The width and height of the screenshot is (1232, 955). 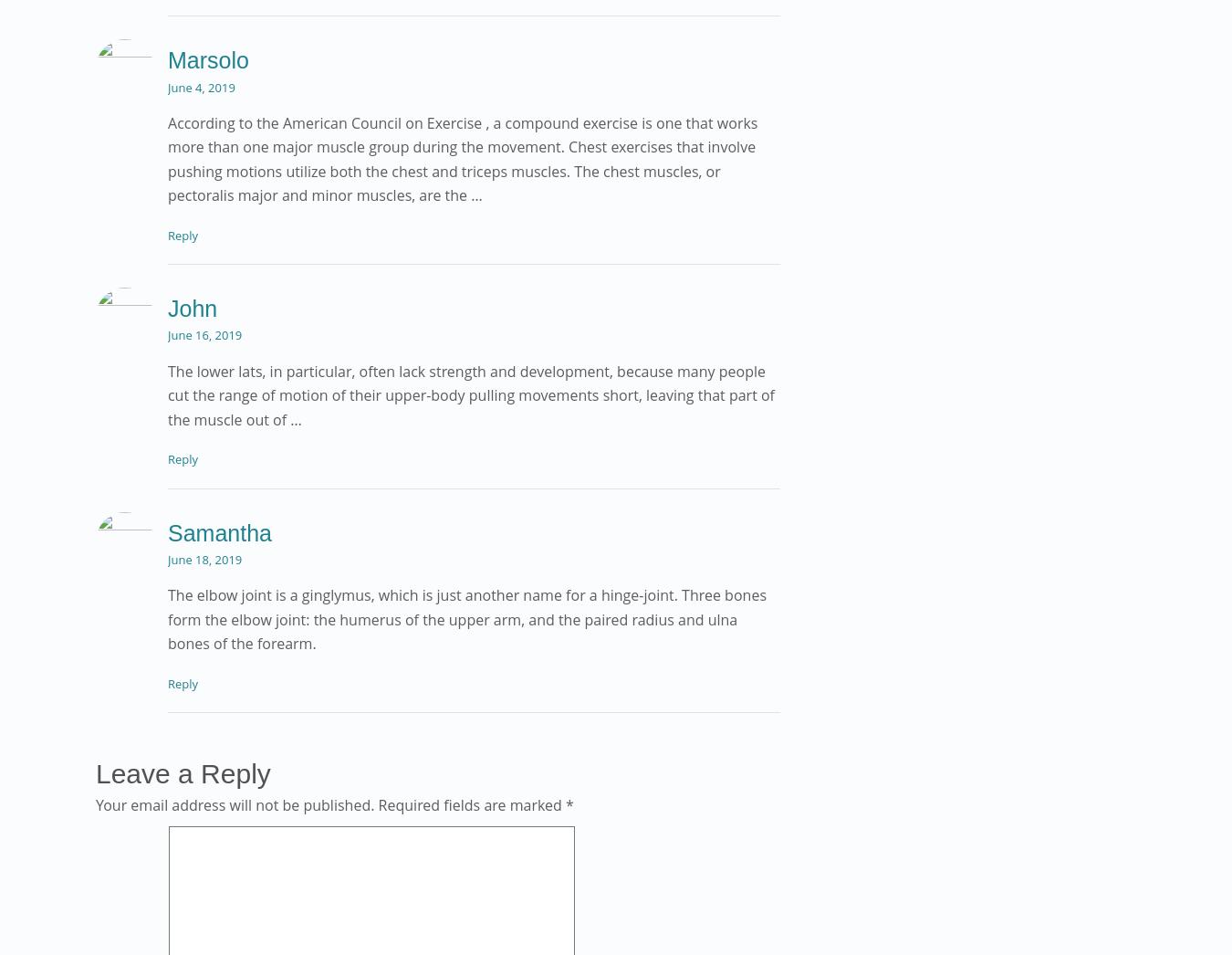 What do you see at coordinates (207, 60) in the screenshot?
I see `'Marsolo'` at bounding box center [207, 60].